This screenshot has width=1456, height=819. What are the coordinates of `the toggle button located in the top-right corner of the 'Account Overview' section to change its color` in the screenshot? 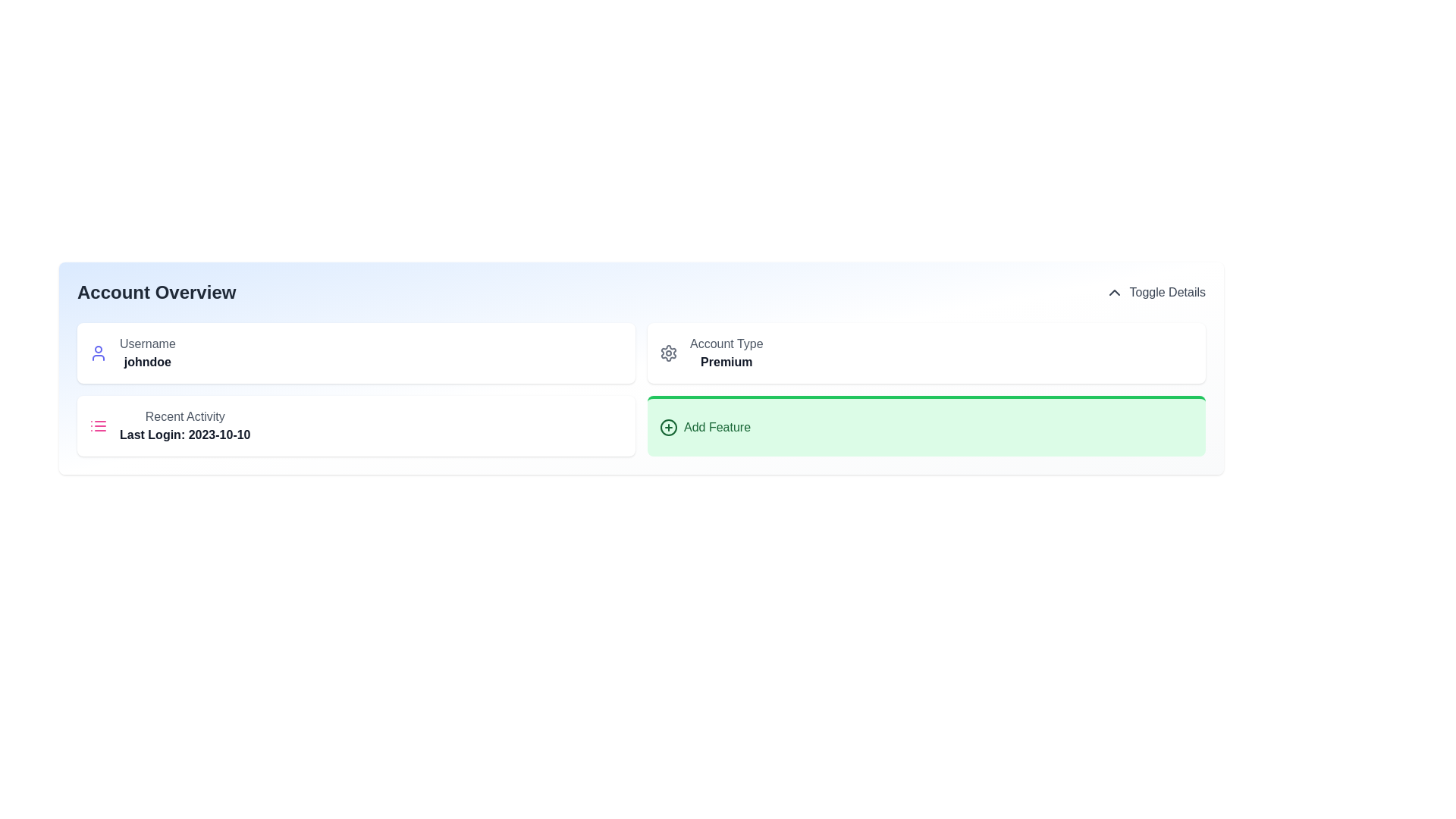 It's located at (1154, 292).